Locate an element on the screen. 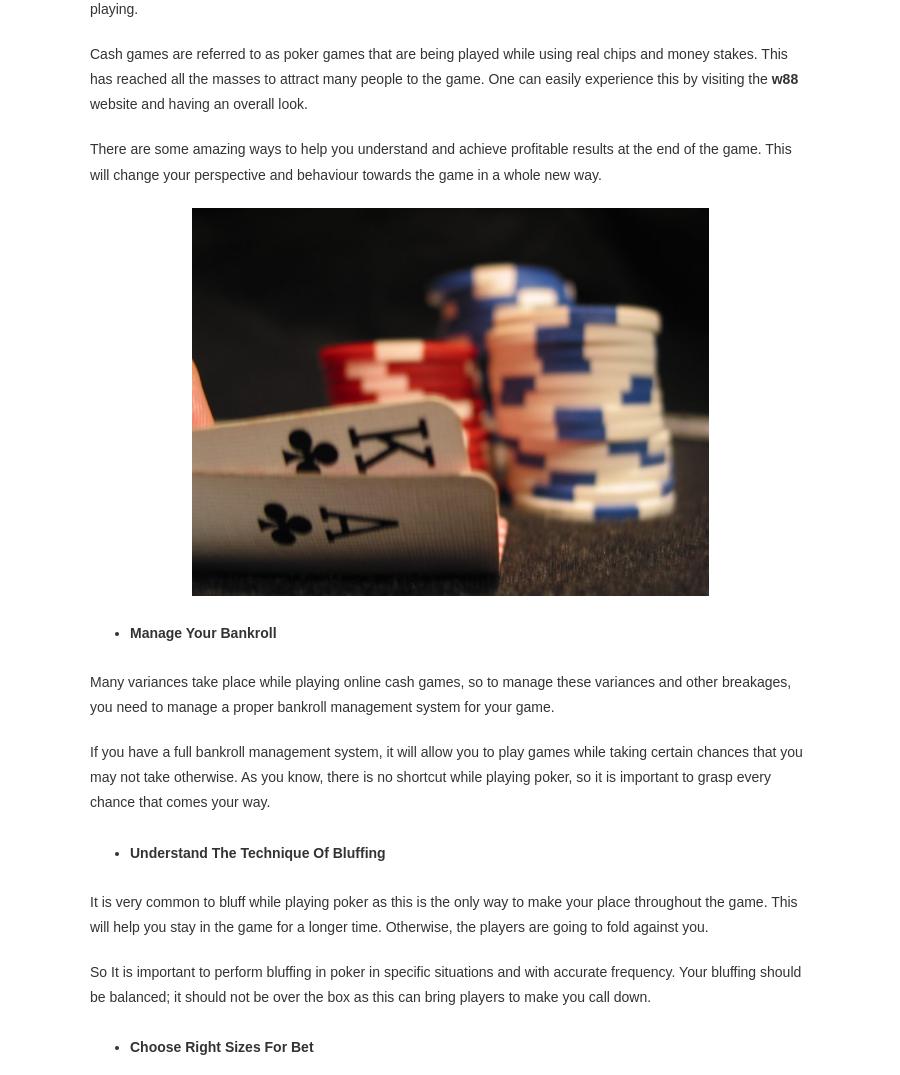 The image size is (900, 1075). 'If you have a full bankroll management system, it will allow you to play games while taking certain chances that you may not take otherwise. As you know, there is no shortcut while playing poker, so it is important to grasp every chance that comes your way.' is located at coordinates (446, 775).